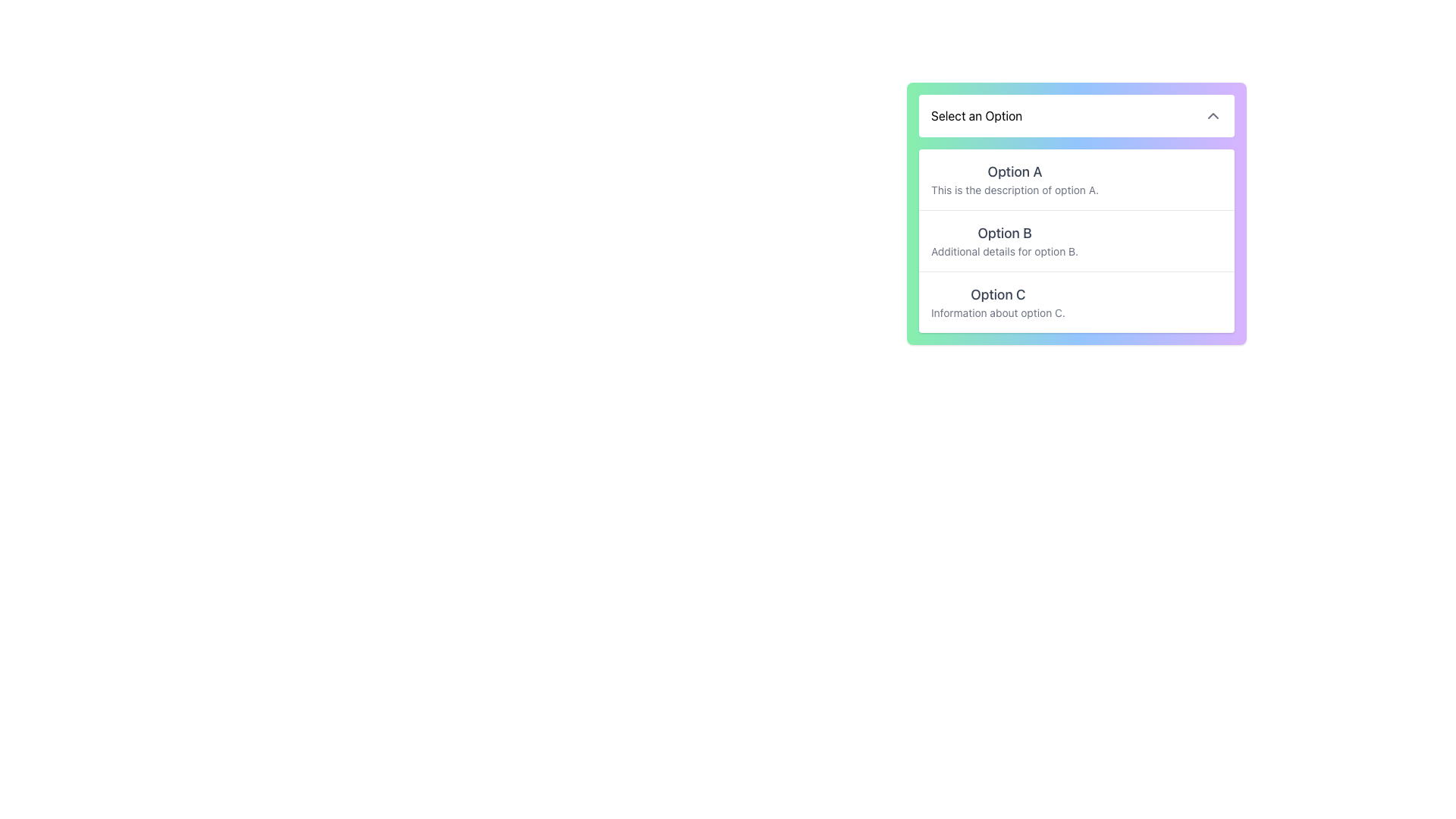 The width and height of the screenshot is (1456, 819). What do you see at coordinates (1212, 115) in the screenshot?
I see `the chevron button located at the far right of the 'Select an Option' header` at bounding box center [1212, 115].